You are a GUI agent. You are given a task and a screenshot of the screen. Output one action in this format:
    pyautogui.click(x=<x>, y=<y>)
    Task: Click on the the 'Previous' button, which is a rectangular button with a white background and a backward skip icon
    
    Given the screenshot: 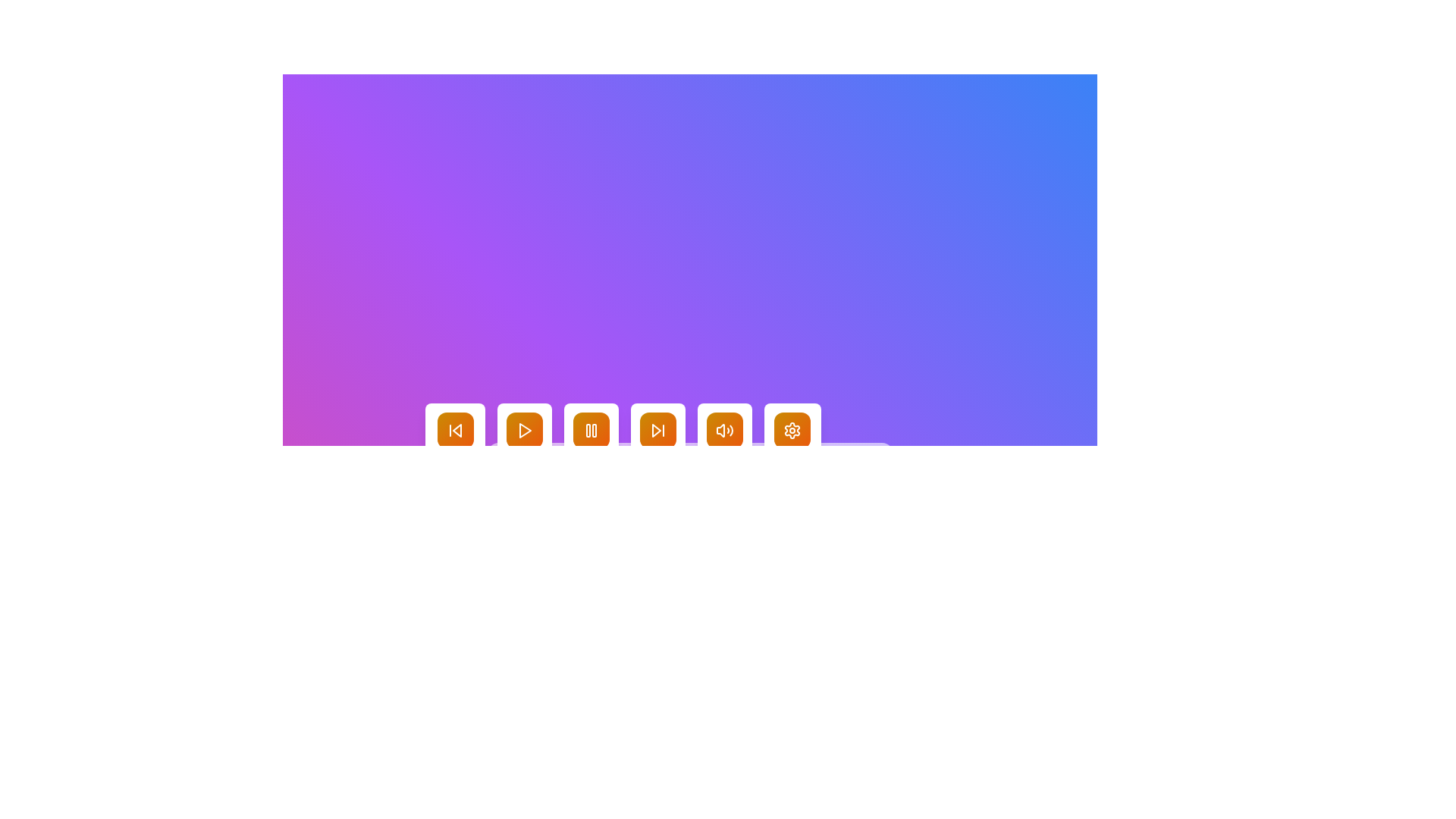 What is the action you would take?
    pyautogui.click(x=454, y=441)
    